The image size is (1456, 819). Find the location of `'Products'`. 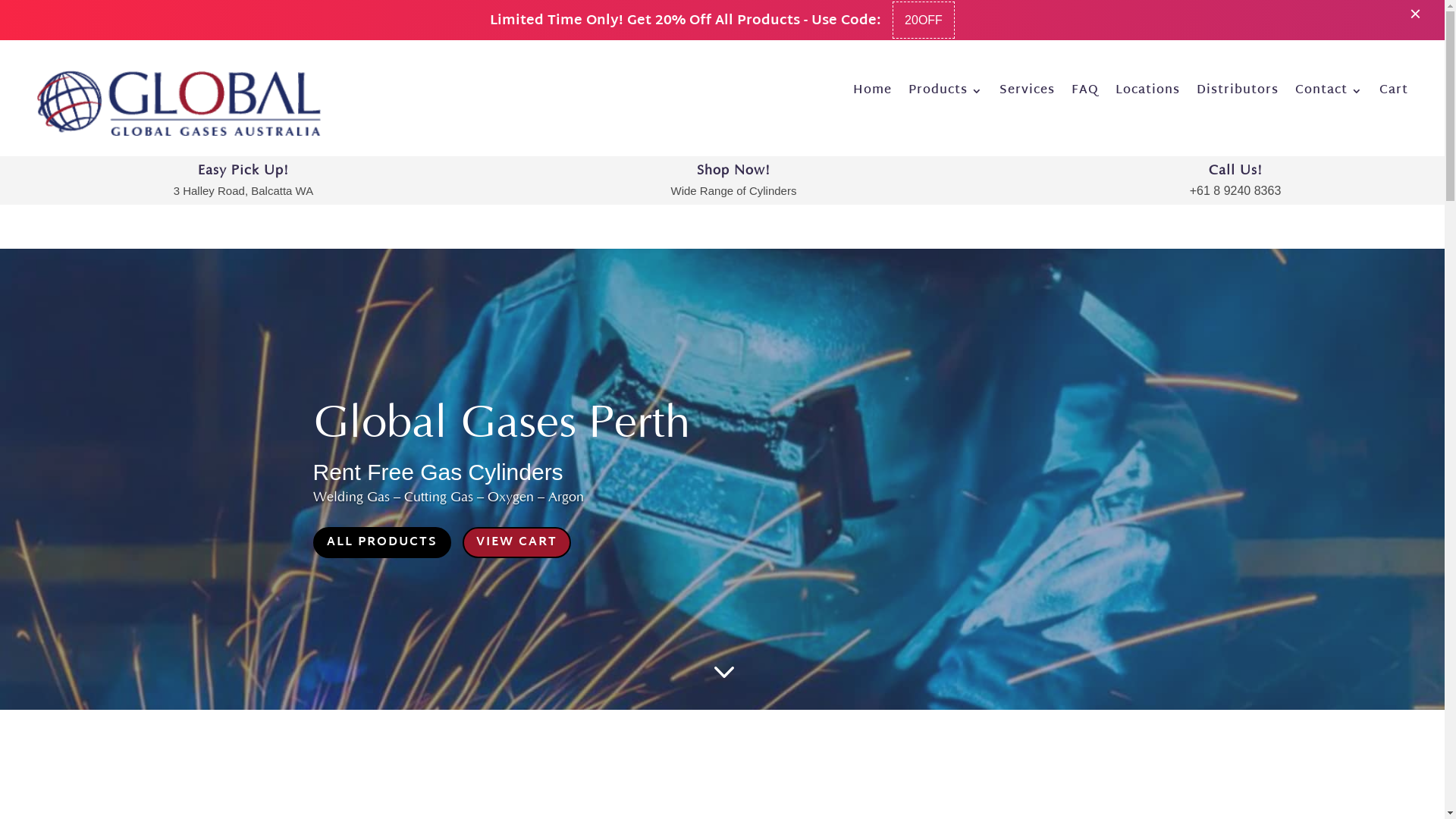

'Products' is located at coordinates (908, 93).